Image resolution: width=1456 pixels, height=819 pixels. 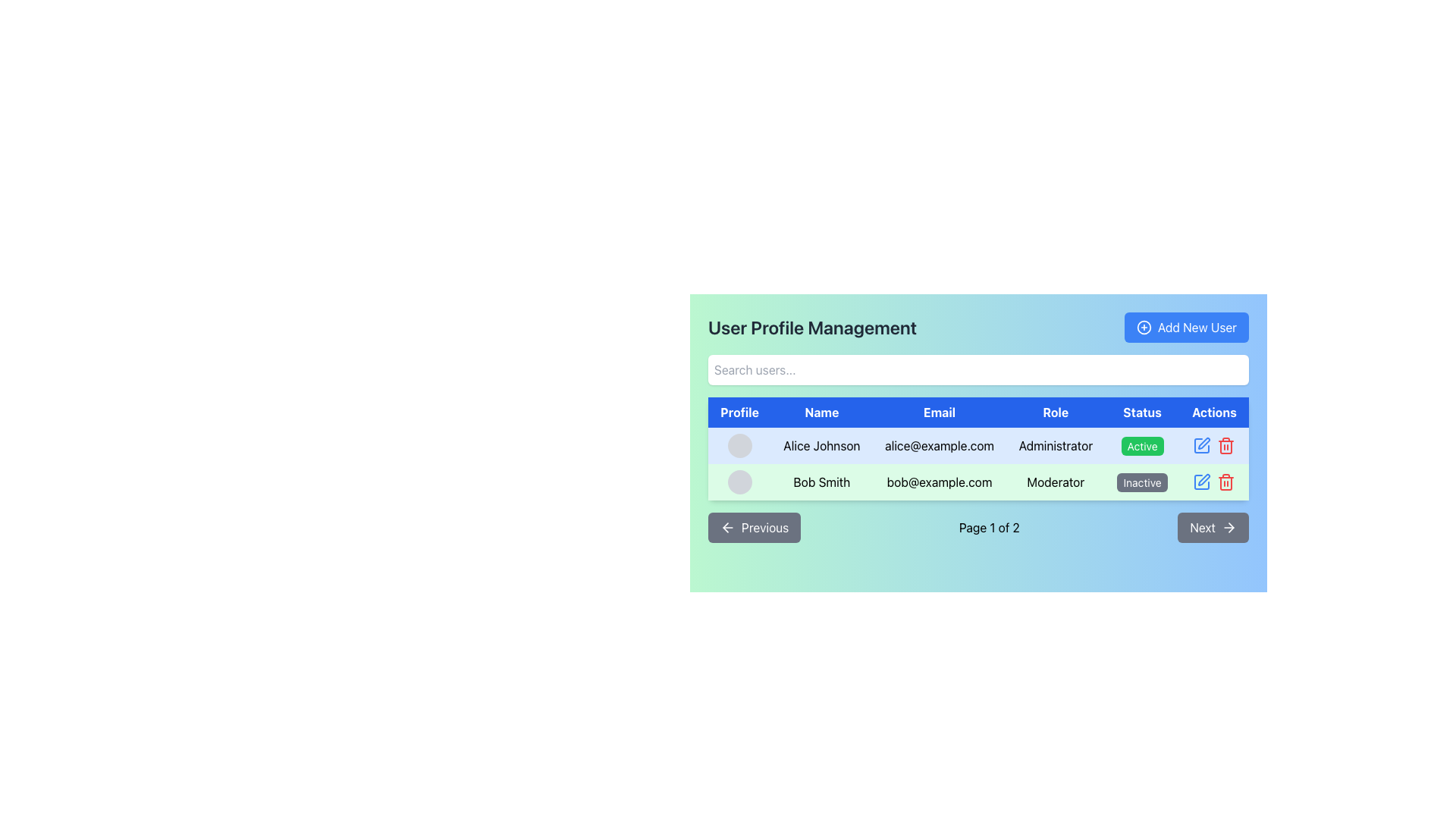 I want to click on the rectangular, rounded label displaying the text 'Active' with a solid green background and white text, located in the 'Status' column of the user profile management table for user 'Alice Johnson', so click(x=1142, y=445).